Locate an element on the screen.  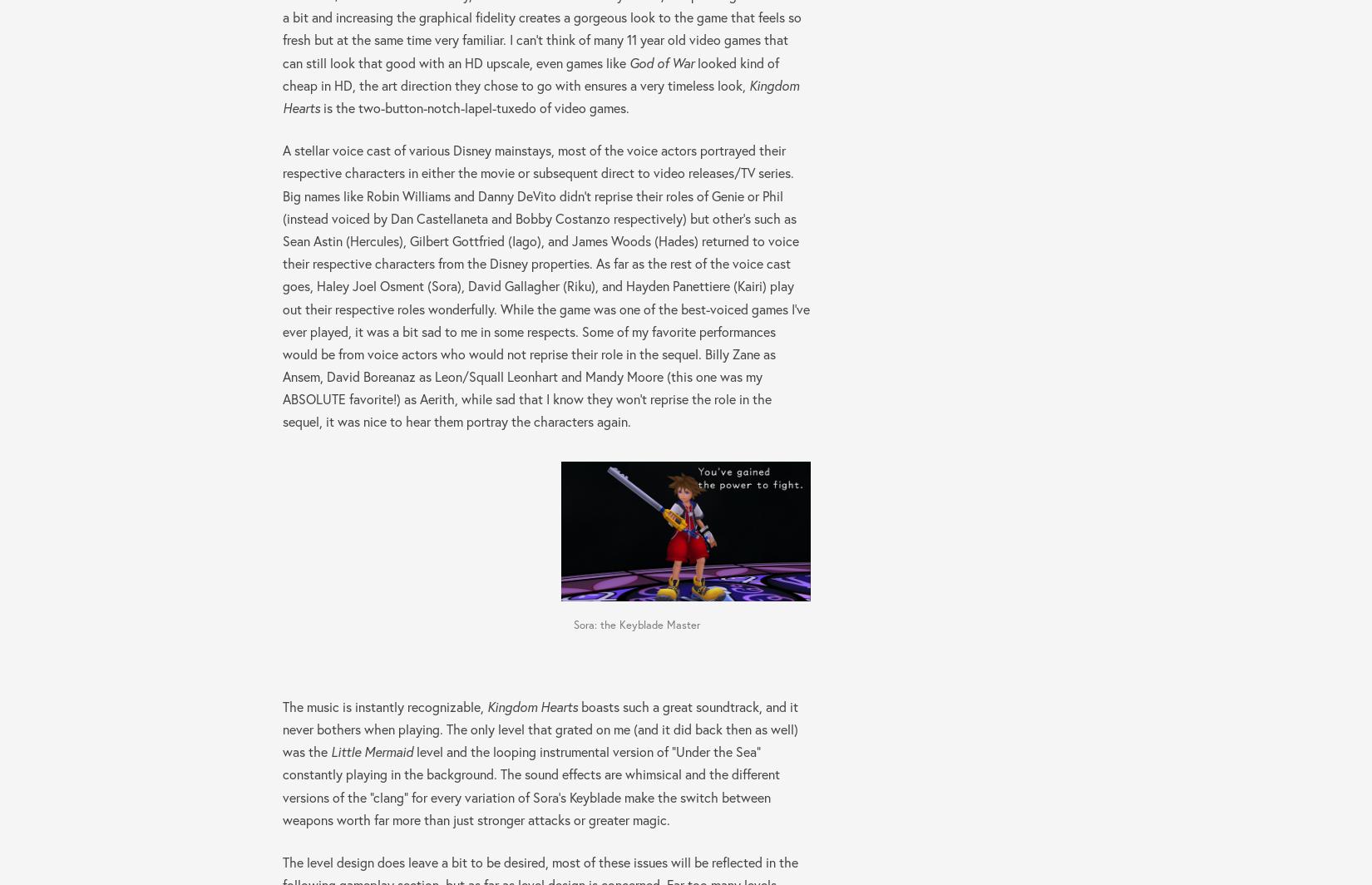
'Sora: the Keyblade Master' is located at coordinates (634, 625).